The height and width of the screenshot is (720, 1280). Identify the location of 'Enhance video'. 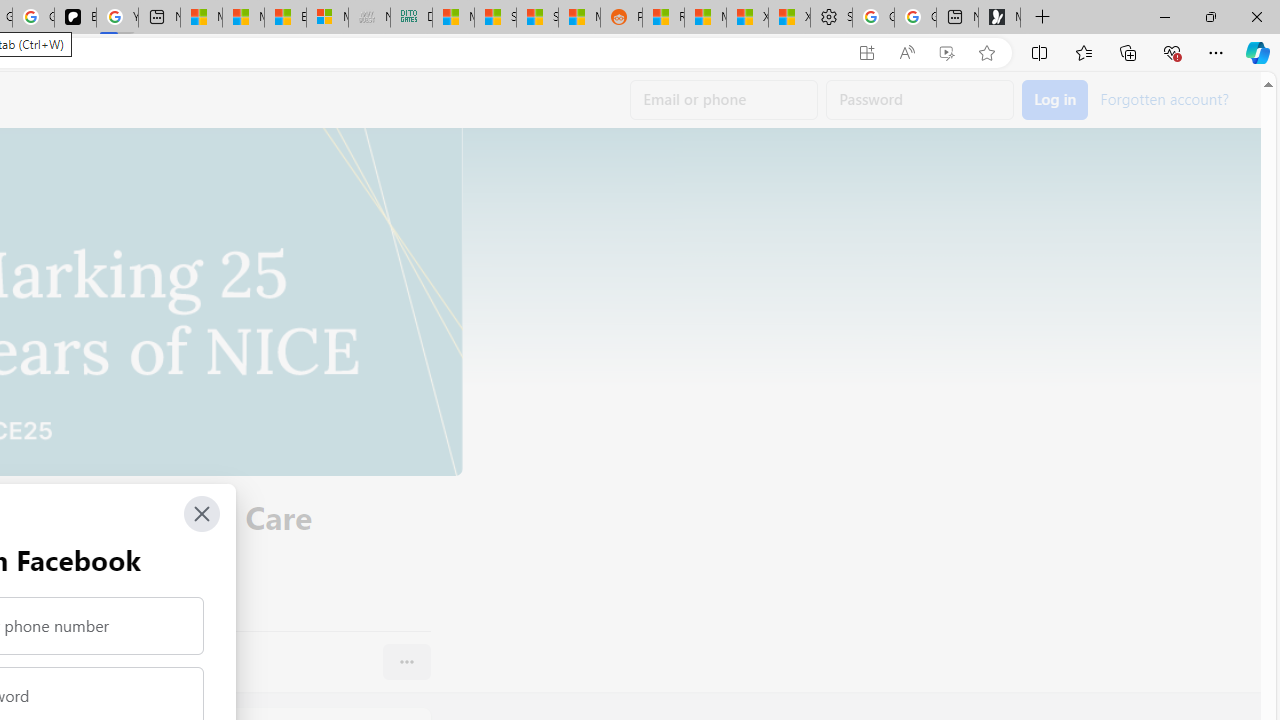
(945, 52).